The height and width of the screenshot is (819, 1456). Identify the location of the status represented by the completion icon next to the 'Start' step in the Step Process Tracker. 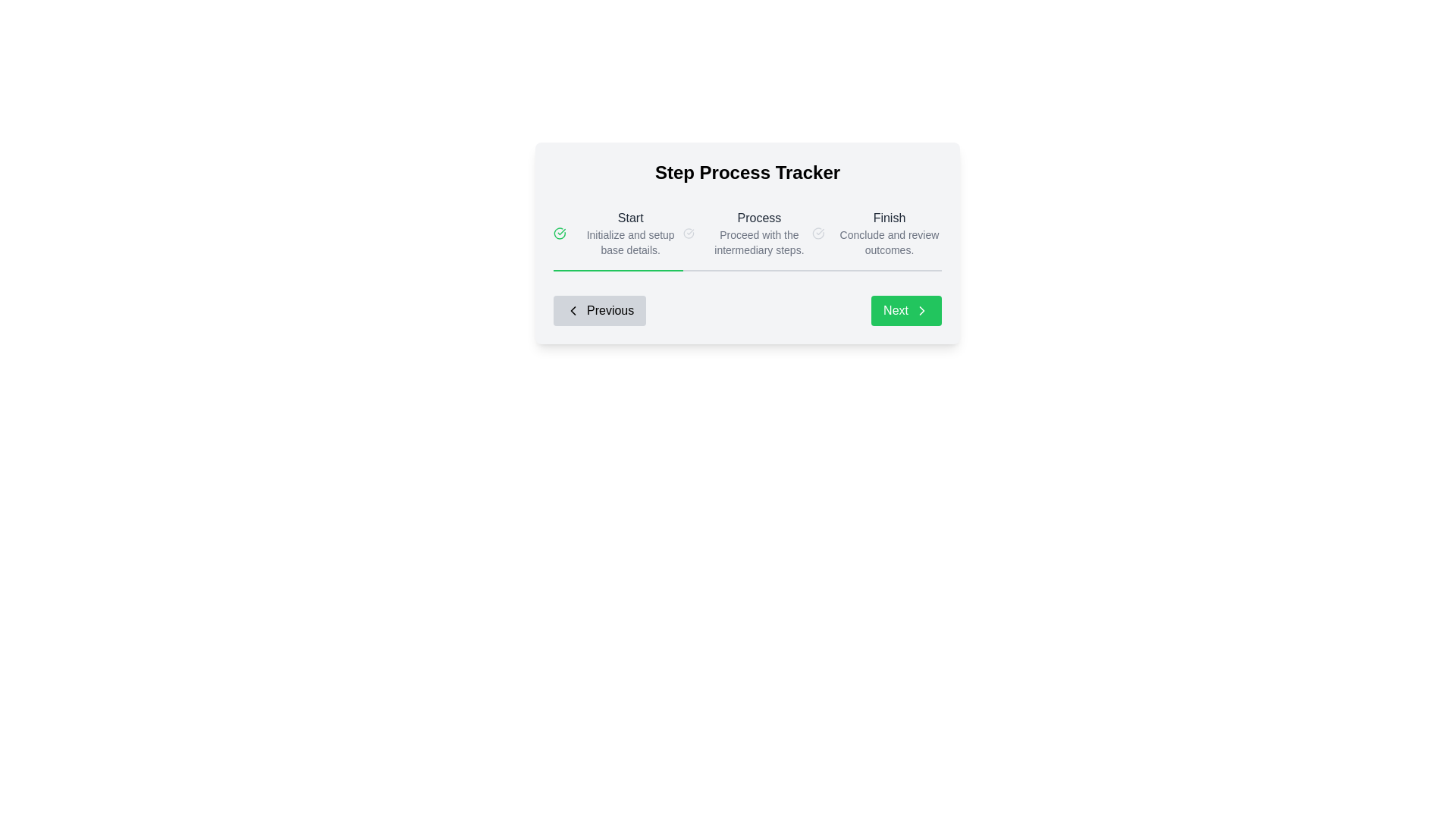
(559, 234).